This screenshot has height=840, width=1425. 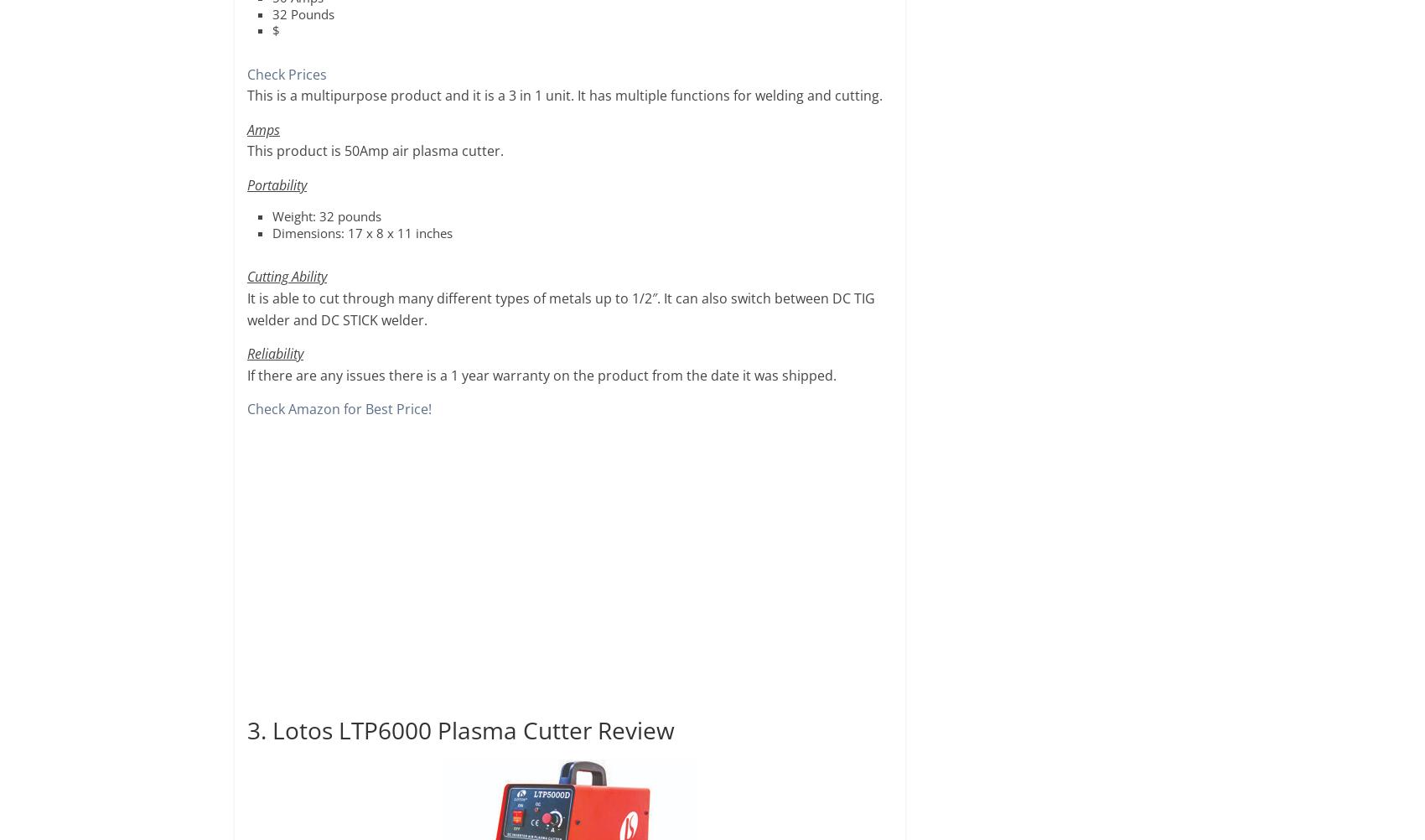 What do you see at coordinates (286, 275) in the screenshot?
I see `'Cutting Ability'` at bounding box center [286, 275].